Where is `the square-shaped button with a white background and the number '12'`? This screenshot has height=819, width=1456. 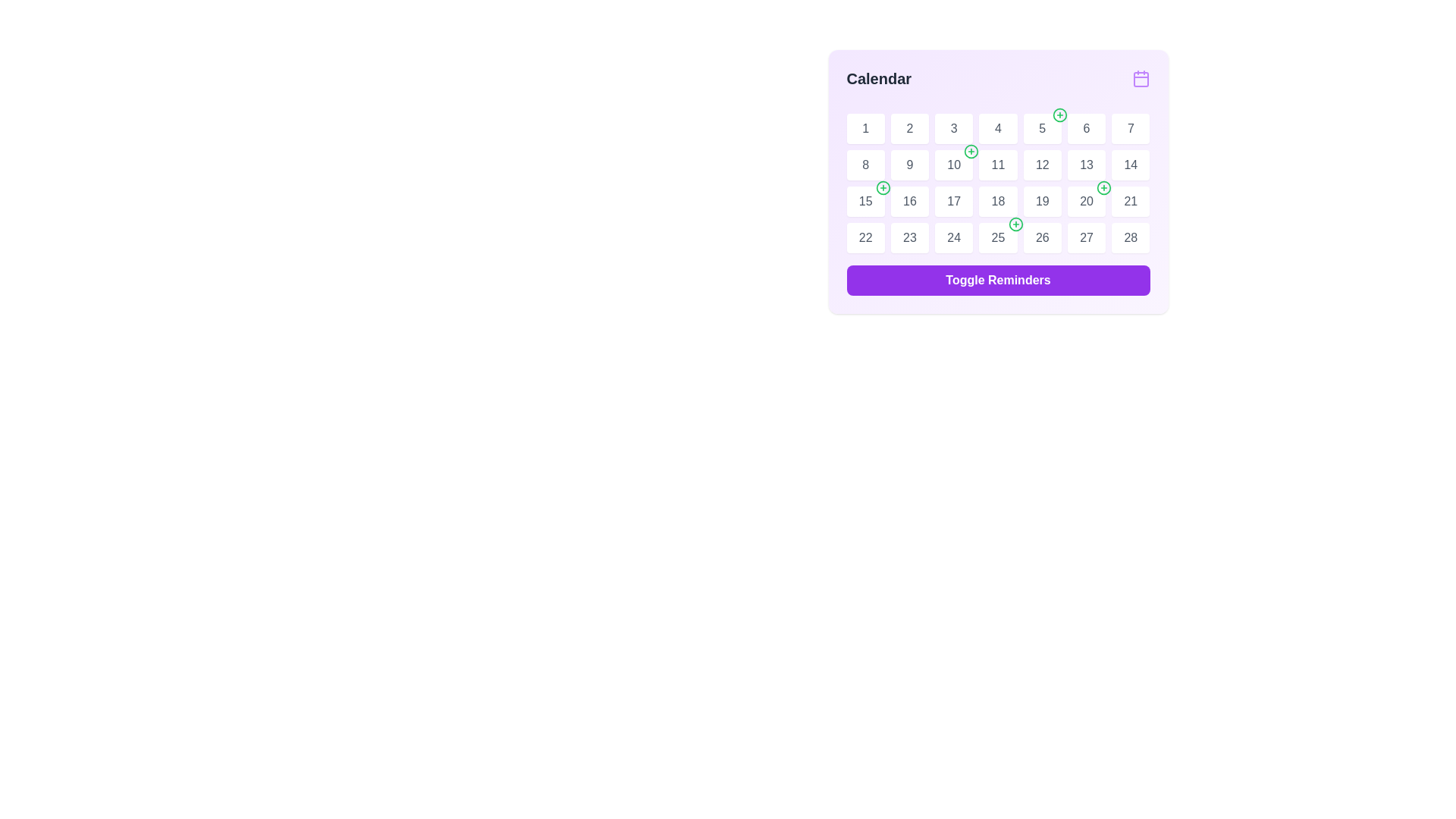
the square-shaped button with a white background and the number '12' is located at coordinates (1041, 165).